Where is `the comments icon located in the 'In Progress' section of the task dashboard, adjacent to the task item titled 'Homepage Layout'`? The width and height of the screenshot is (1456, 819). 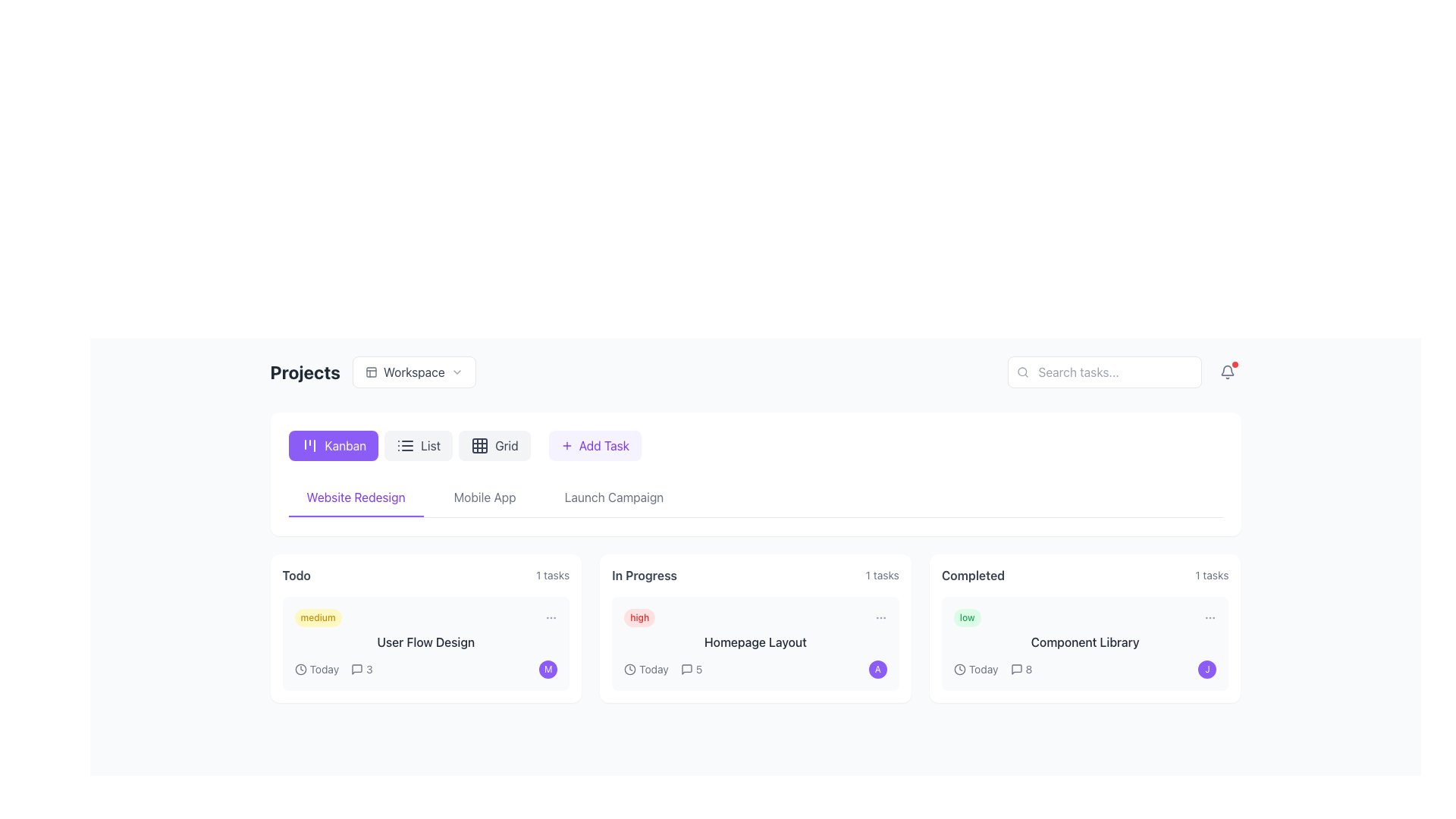 the comments icon located in the 'In Progress' section of the task dashboard, adjacent to the task item titled 'Homepage Layout' is located at coordinates (686, 669).